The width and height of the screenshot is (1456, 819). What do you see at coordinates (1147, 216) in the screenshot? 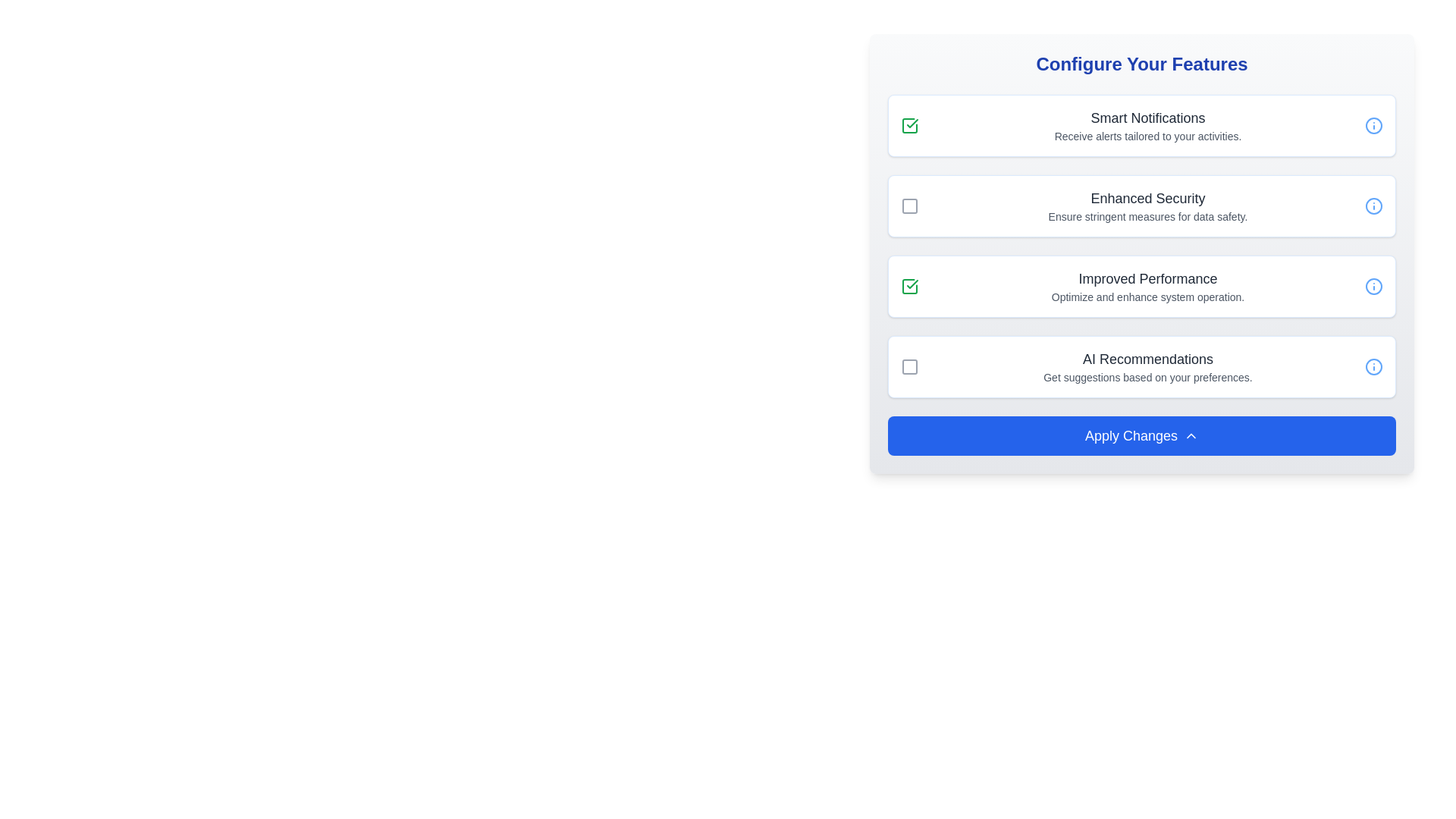
I see `the static text reading 'Ensure stringent measures for data safety.' which is situated beneath the title 'Enhanced Security.'` at bounding box center [1147, 216].